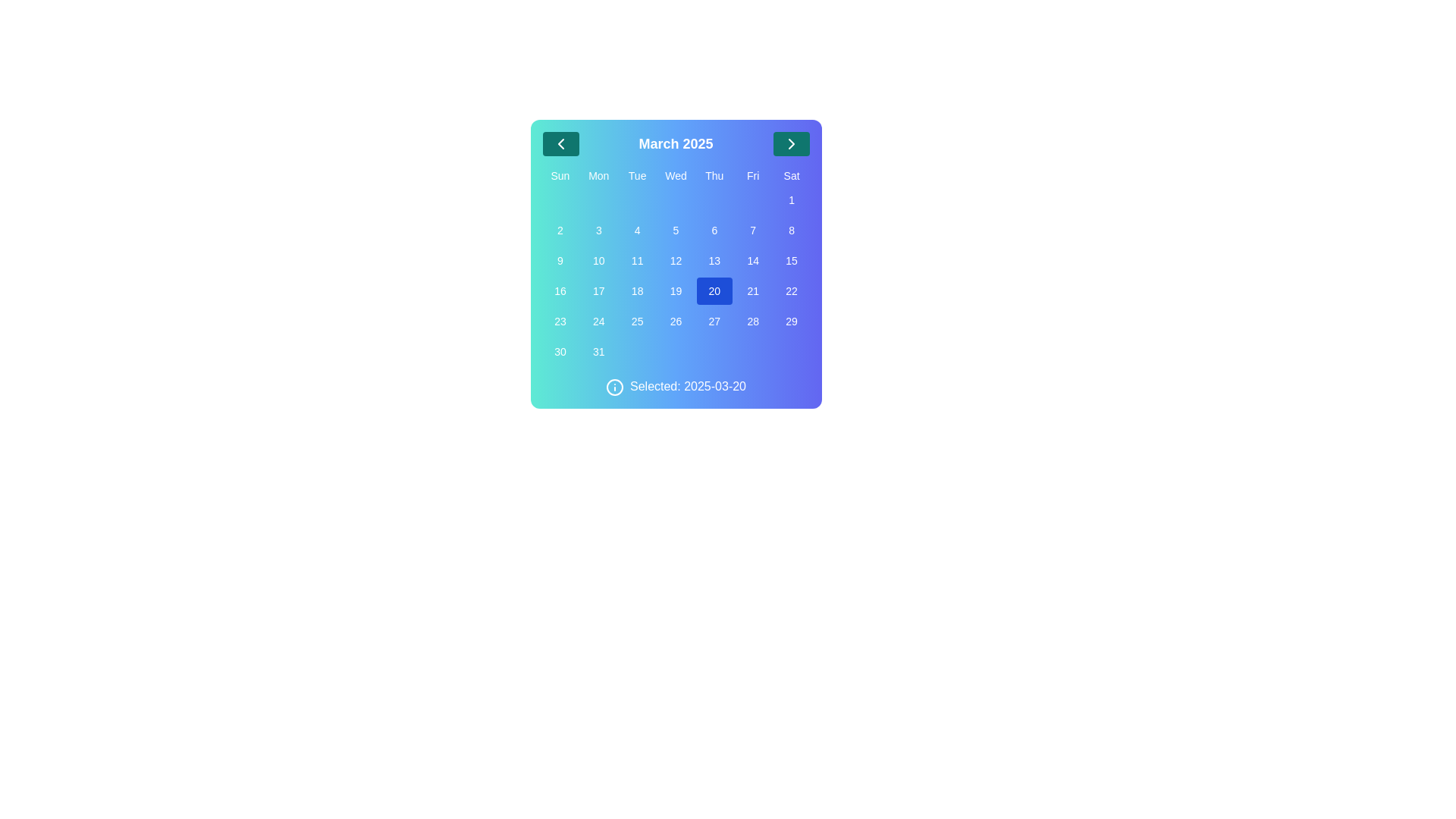 This screenshot has height=819, width=1456. What do you see at coordinates (753, 199) in the screenshot?
I see `the small rectangular placeholder element with a blue gradient background located in the Friday column of the calendar grid` at bounding box center [753, 199].